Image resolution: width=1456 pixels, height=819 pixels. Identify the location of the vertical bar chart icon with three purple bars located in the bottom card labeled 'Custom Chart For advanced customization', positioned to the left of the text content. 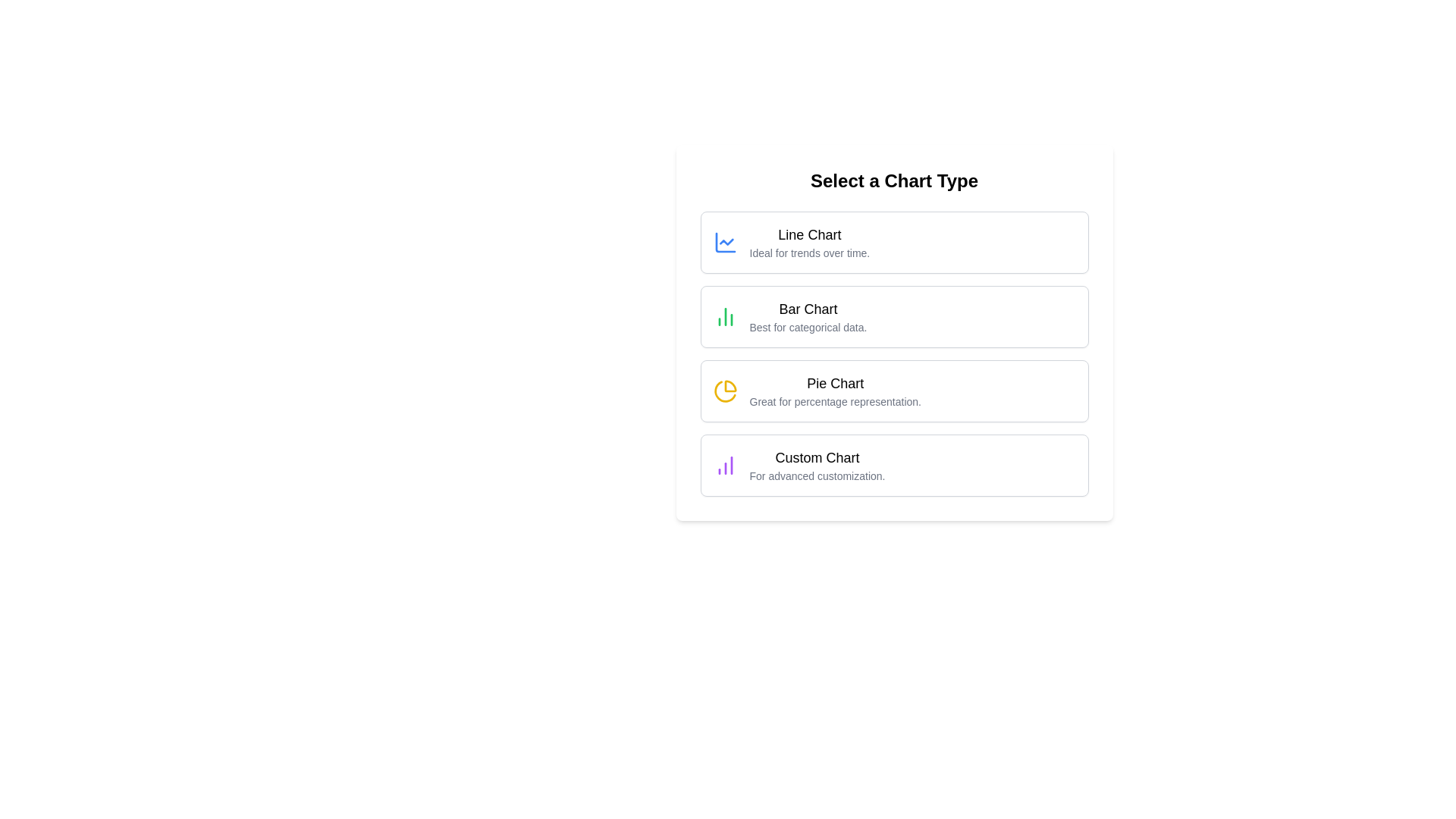
(724, 464).